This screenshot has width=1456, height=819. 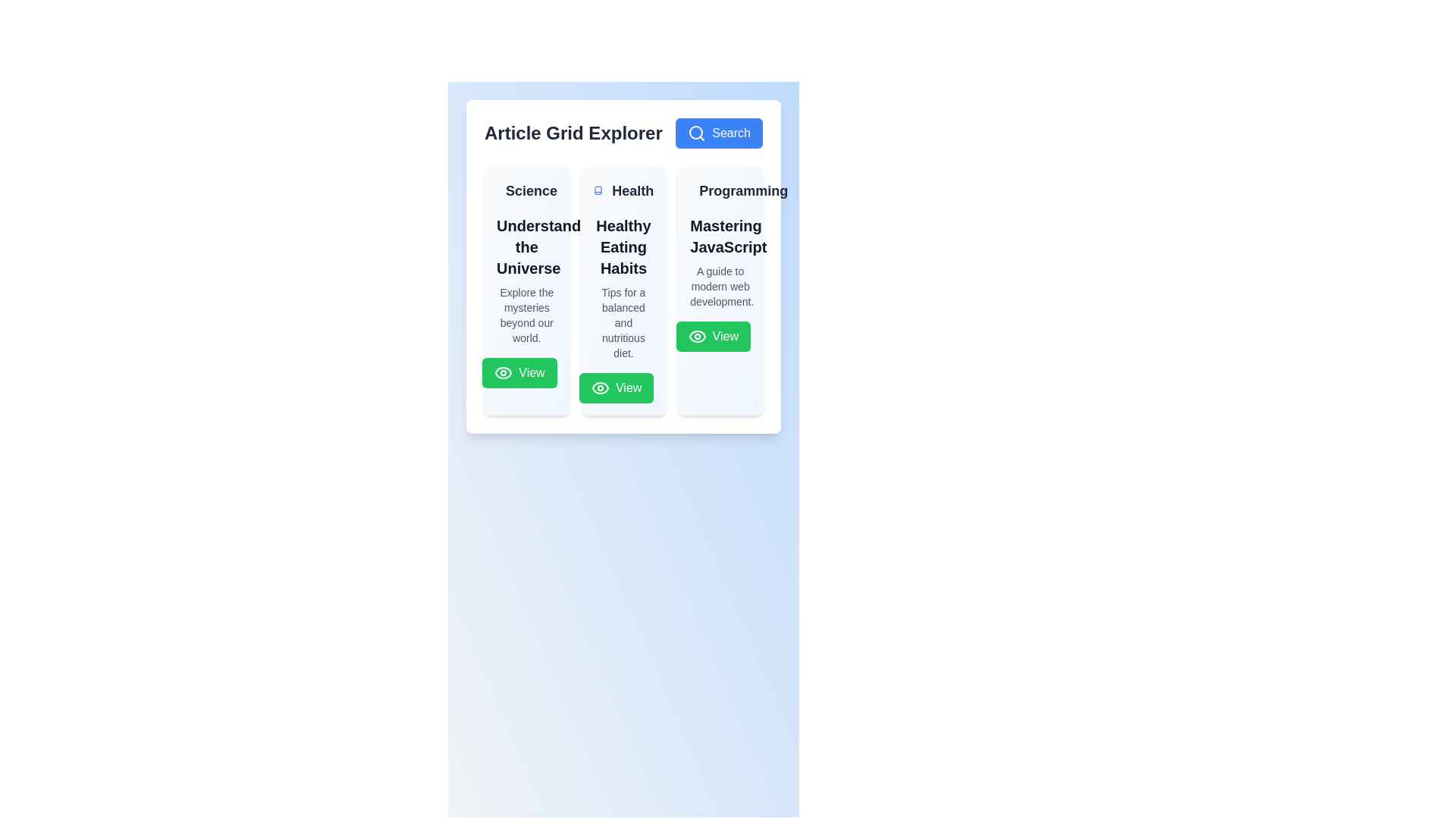 What do you see at coordinates (600, 388) in the screenshot?
I see `the eye-shaped icon within the green 'View' button located below the 'Healthy Eating Habits' card` at bounding box center [600, 388].